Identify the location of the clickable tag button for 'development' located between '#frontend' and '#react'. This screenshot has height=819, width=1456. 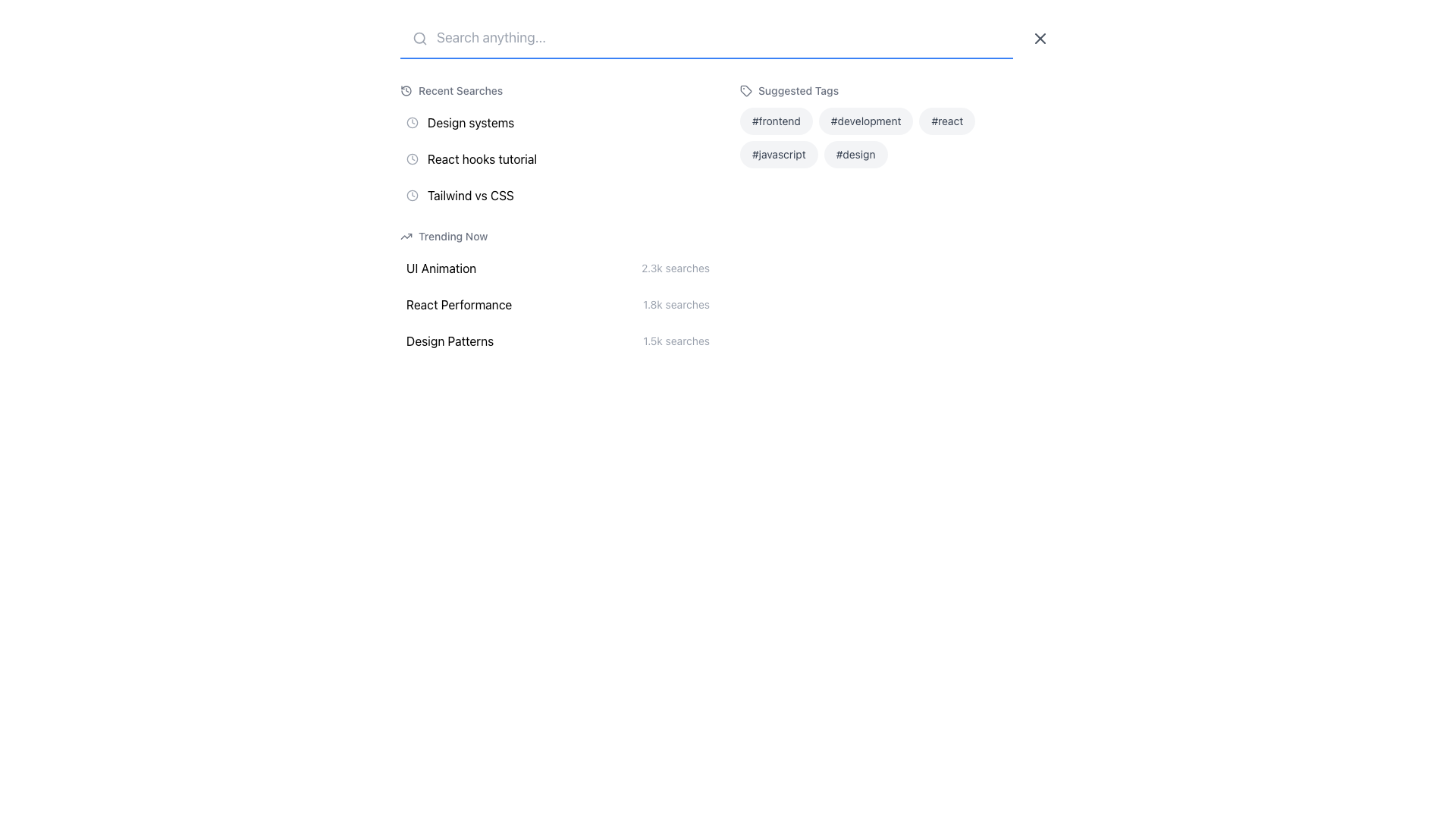
(866, 120).